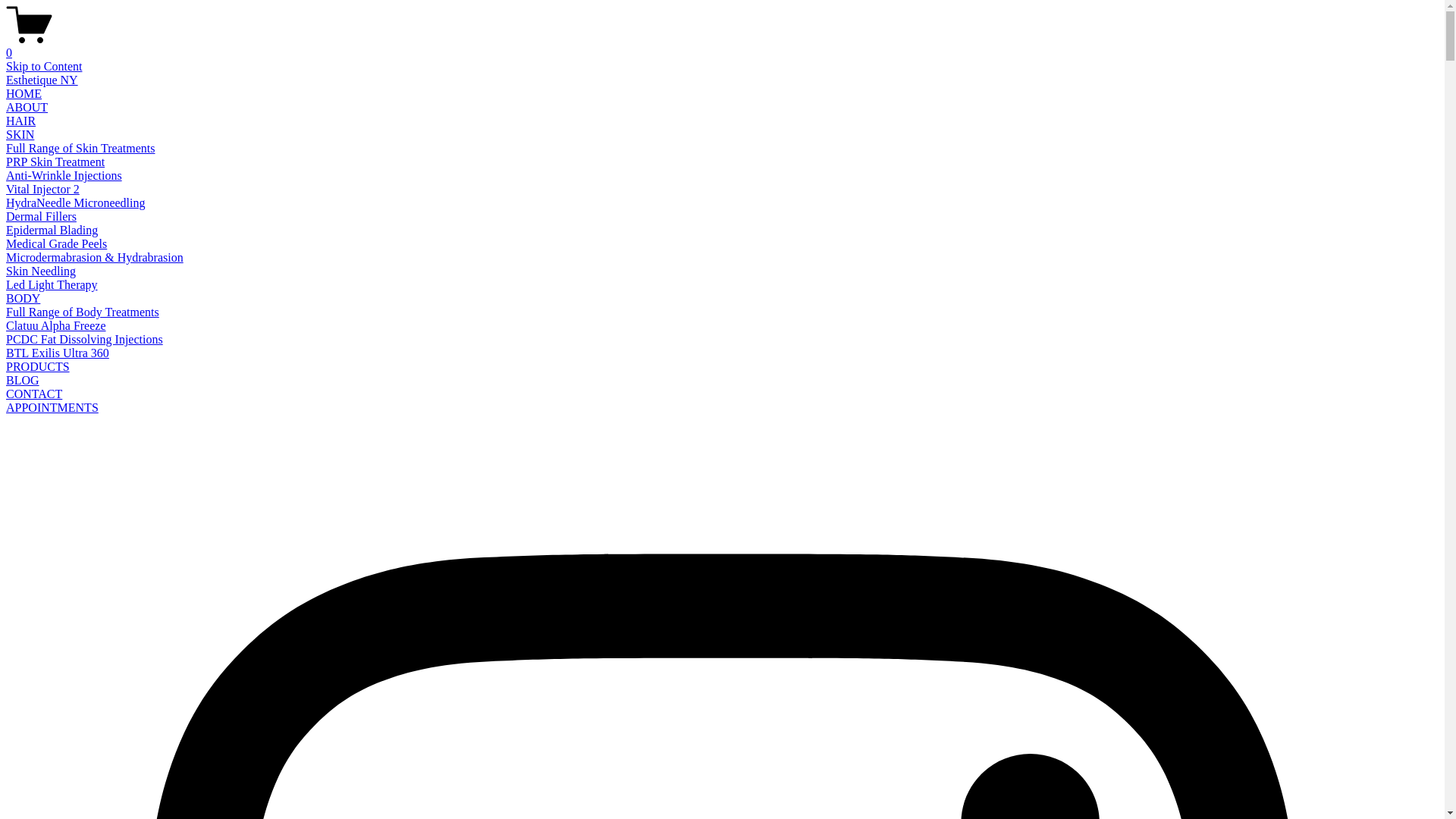 Image resolution: width=1456 pixels, height=819 pixels. Describe the element at coordinates (6, 393) in the screenshot. I see `'CONTACT'` at that location.